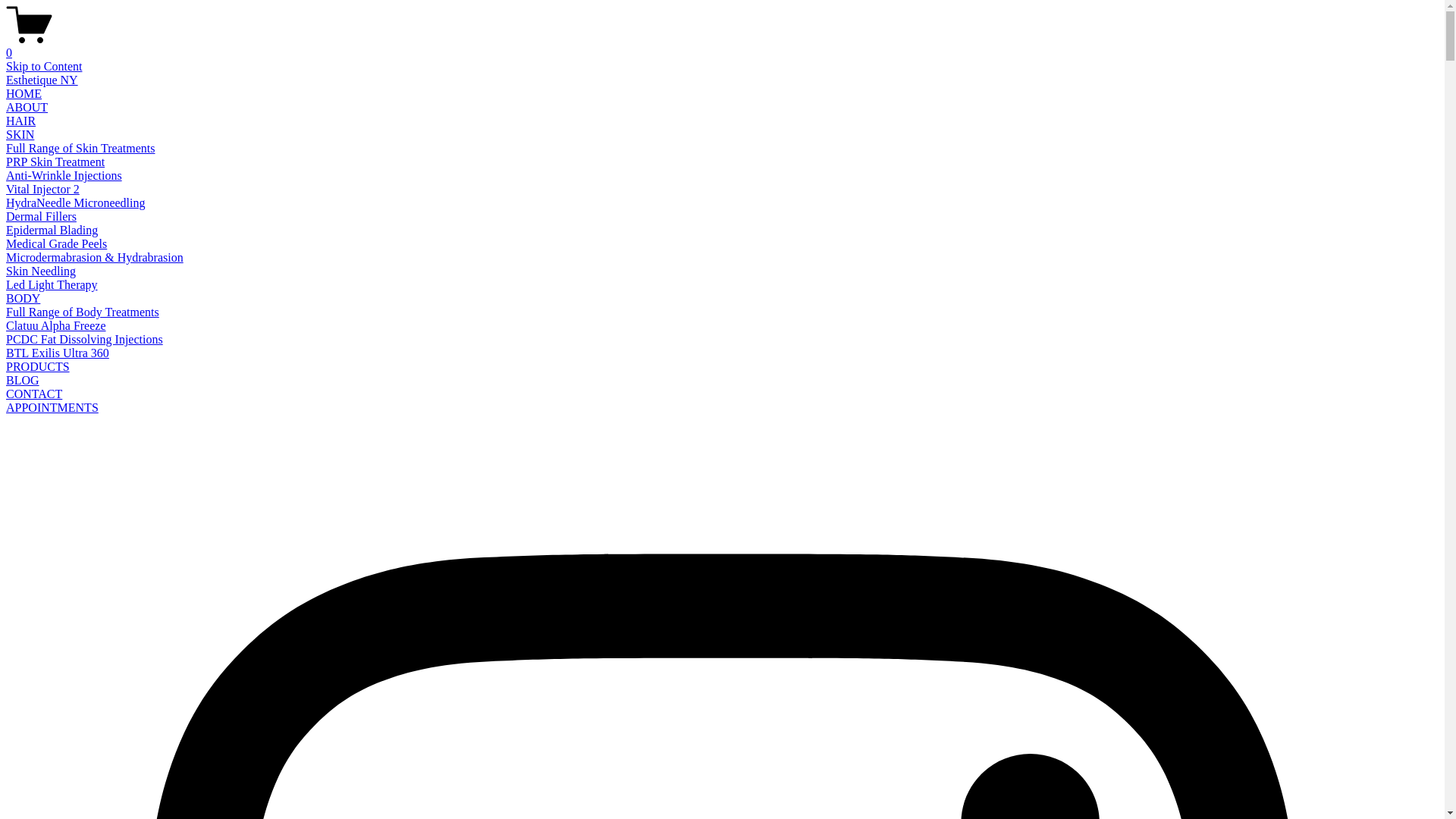 Image resolution: width=1456 pixels, height=819 pixels. Describe the element at coordinates (6, 393) in the screenshot. I see `'CONTACT'` at that location.